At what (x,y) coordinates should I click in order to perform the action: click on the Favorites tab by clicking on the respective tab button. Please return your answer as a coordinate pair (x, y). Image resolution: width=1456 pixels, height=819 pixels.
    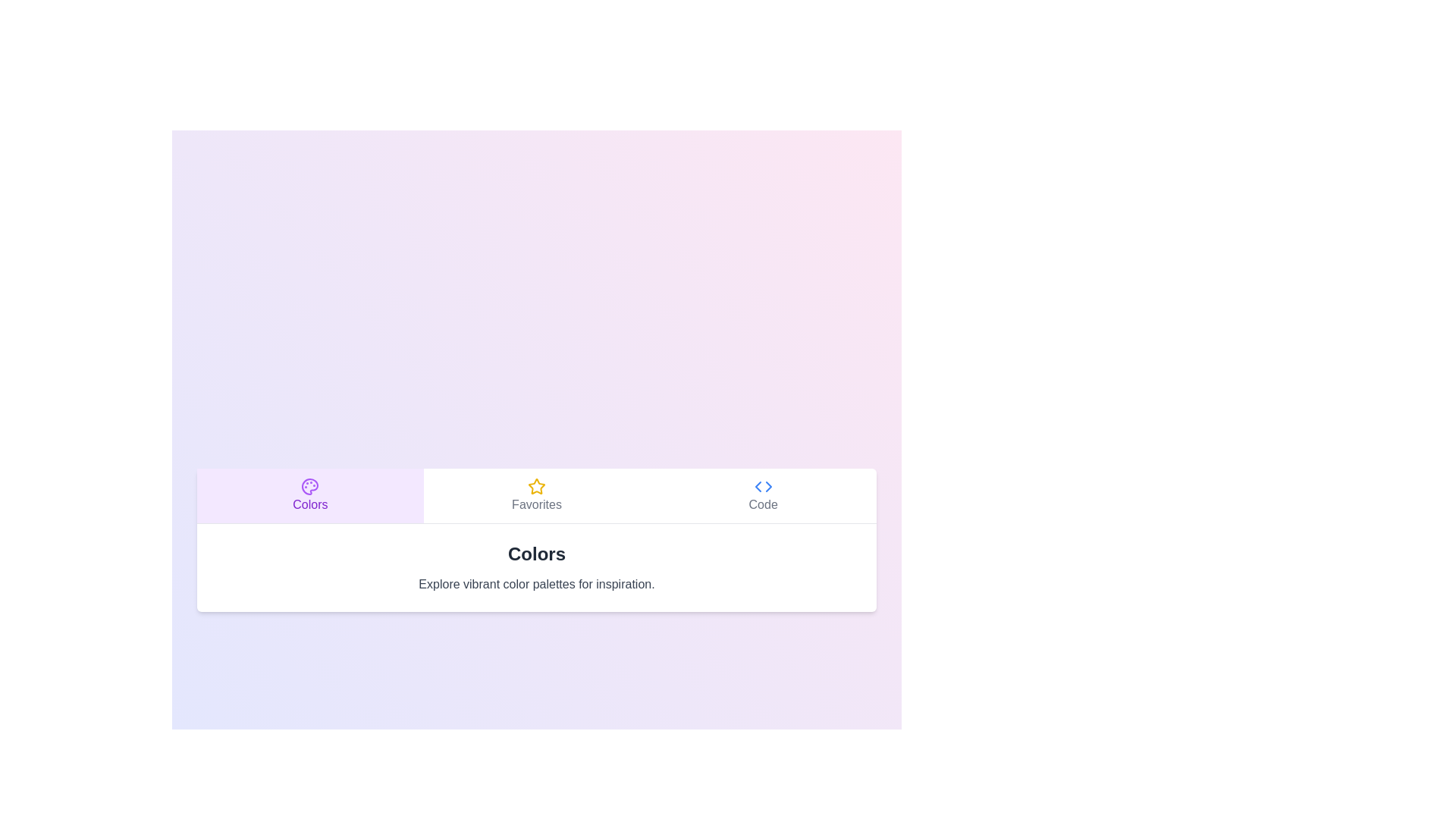
    Looking at the image, I should click on (537, 495).